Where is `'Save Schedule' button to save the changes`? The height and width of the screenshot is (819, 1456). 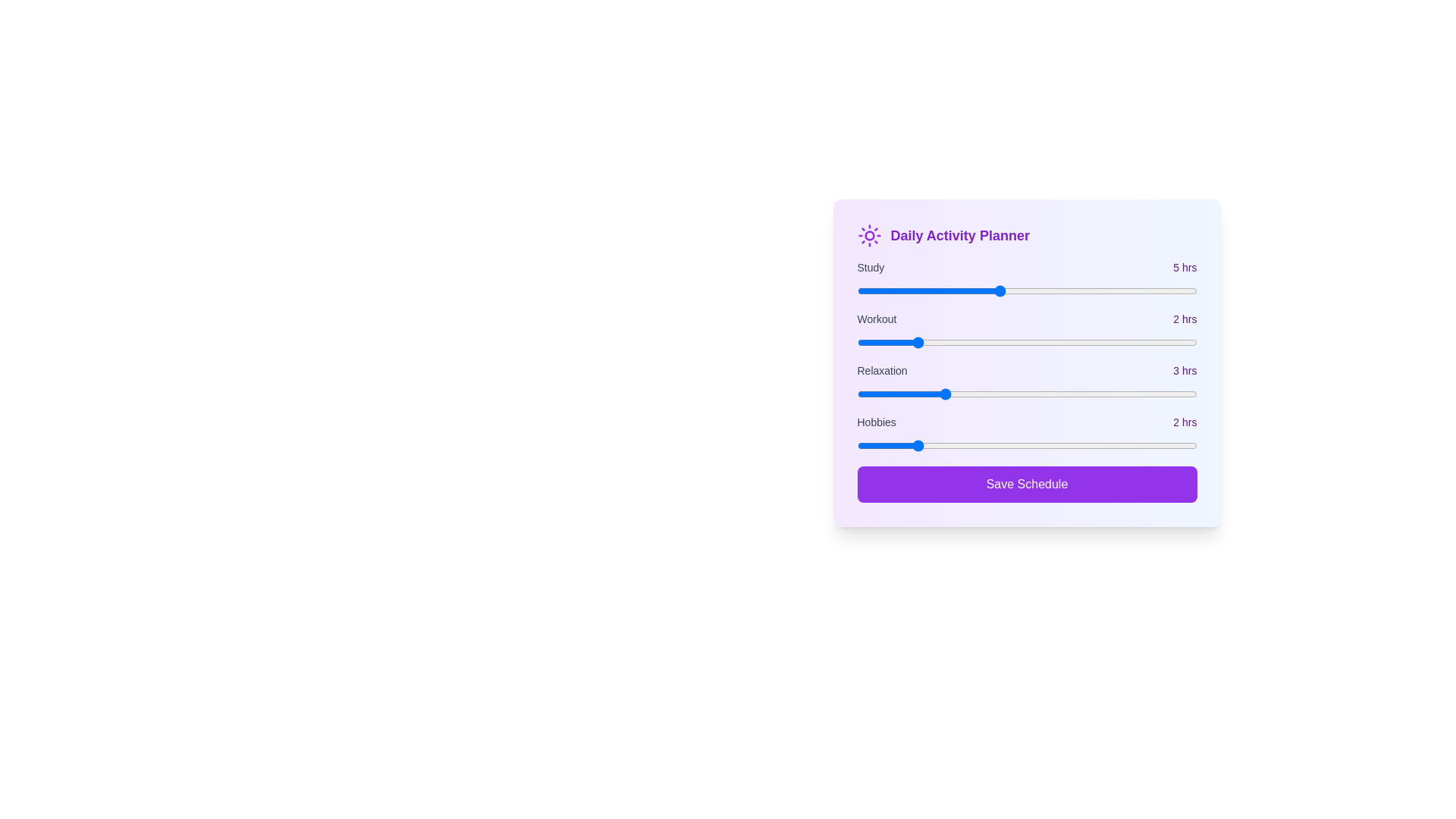
'Save Schedule' button to save the changes is located at coordinates (1027, 485).